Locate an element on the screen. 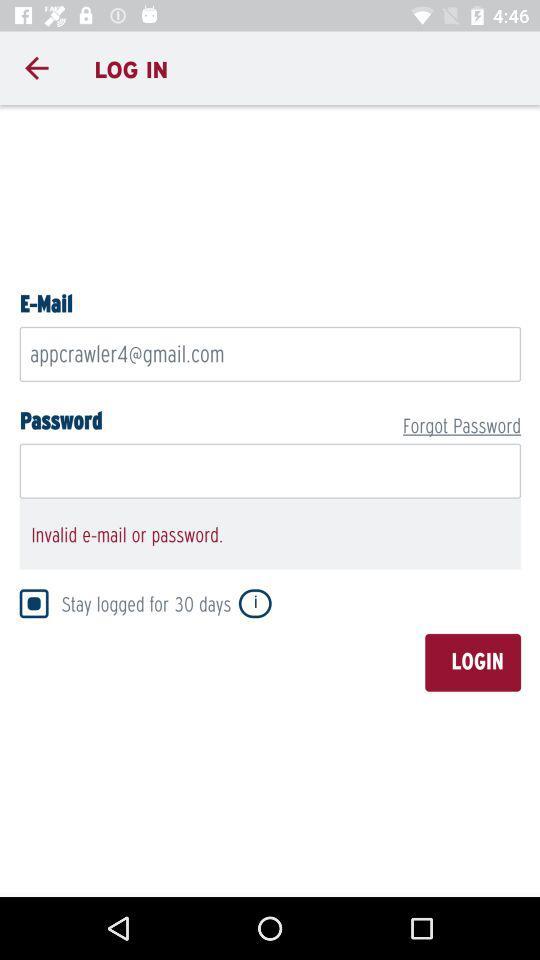 Image resolution: width=540 pixels, height=960 pixels. whole login page is located at coordinates (270, 497).